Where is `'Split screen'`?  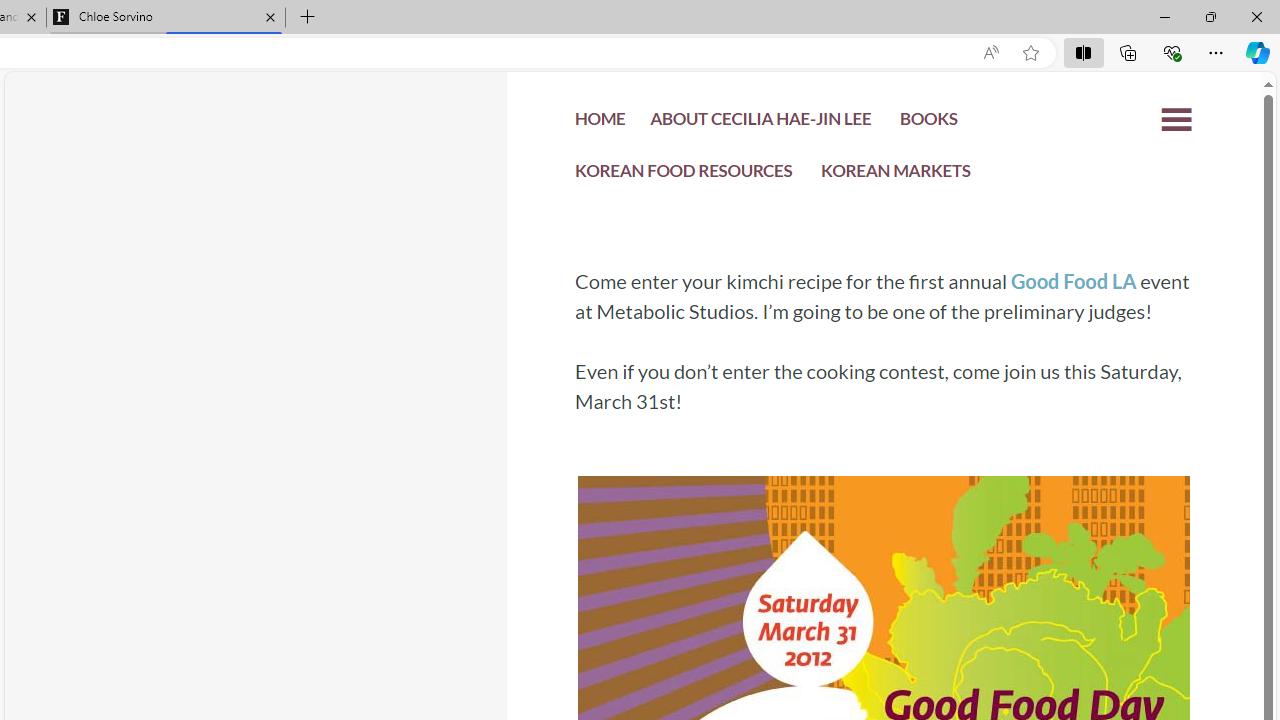 'Split screen' is located at coordinates (1082, 51).